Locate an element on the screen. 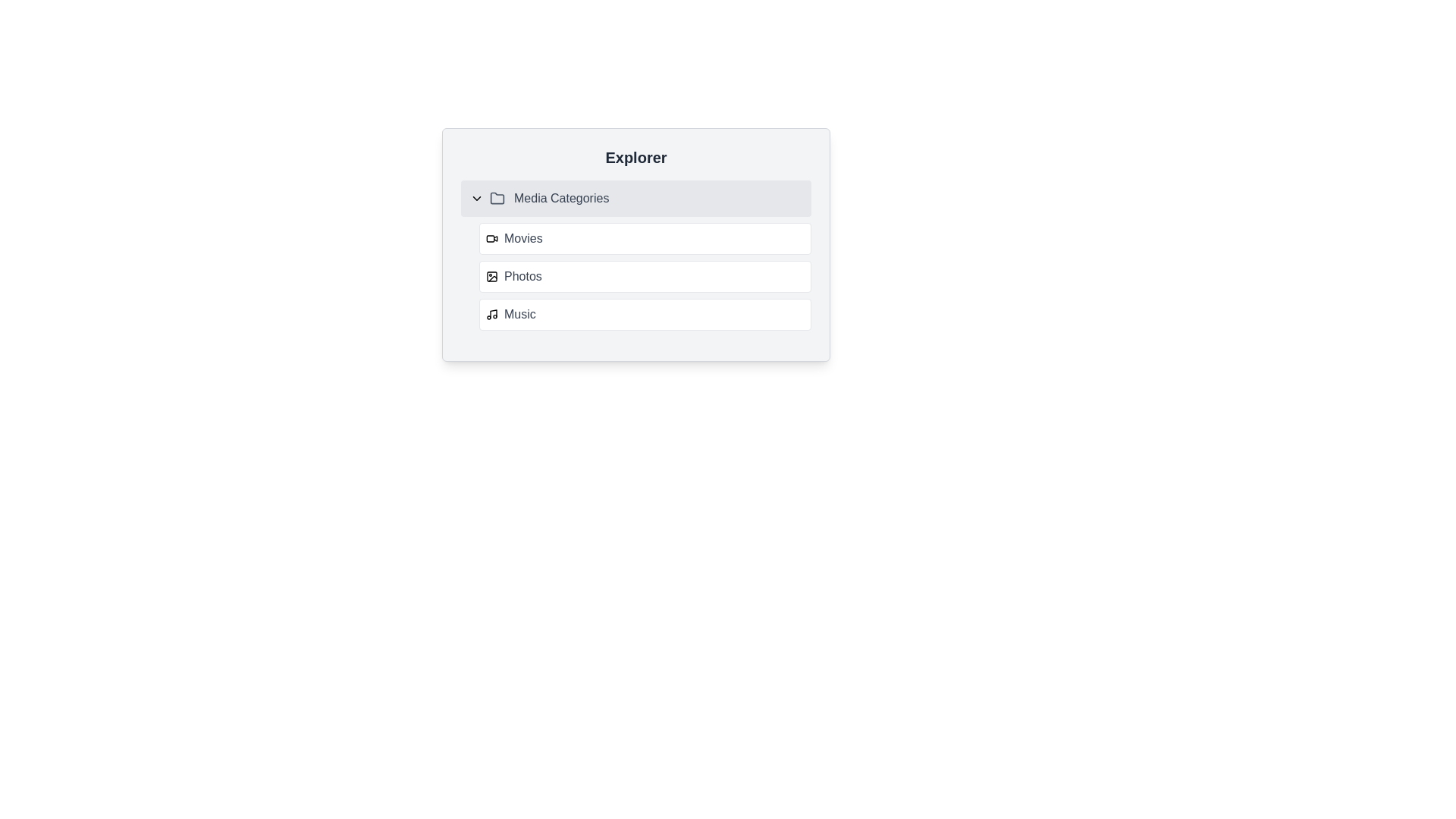  the 'Movies' category icon, which is positioned to the immediate left of the 'Movies' text in the media list is located at coordinates (491, 239).